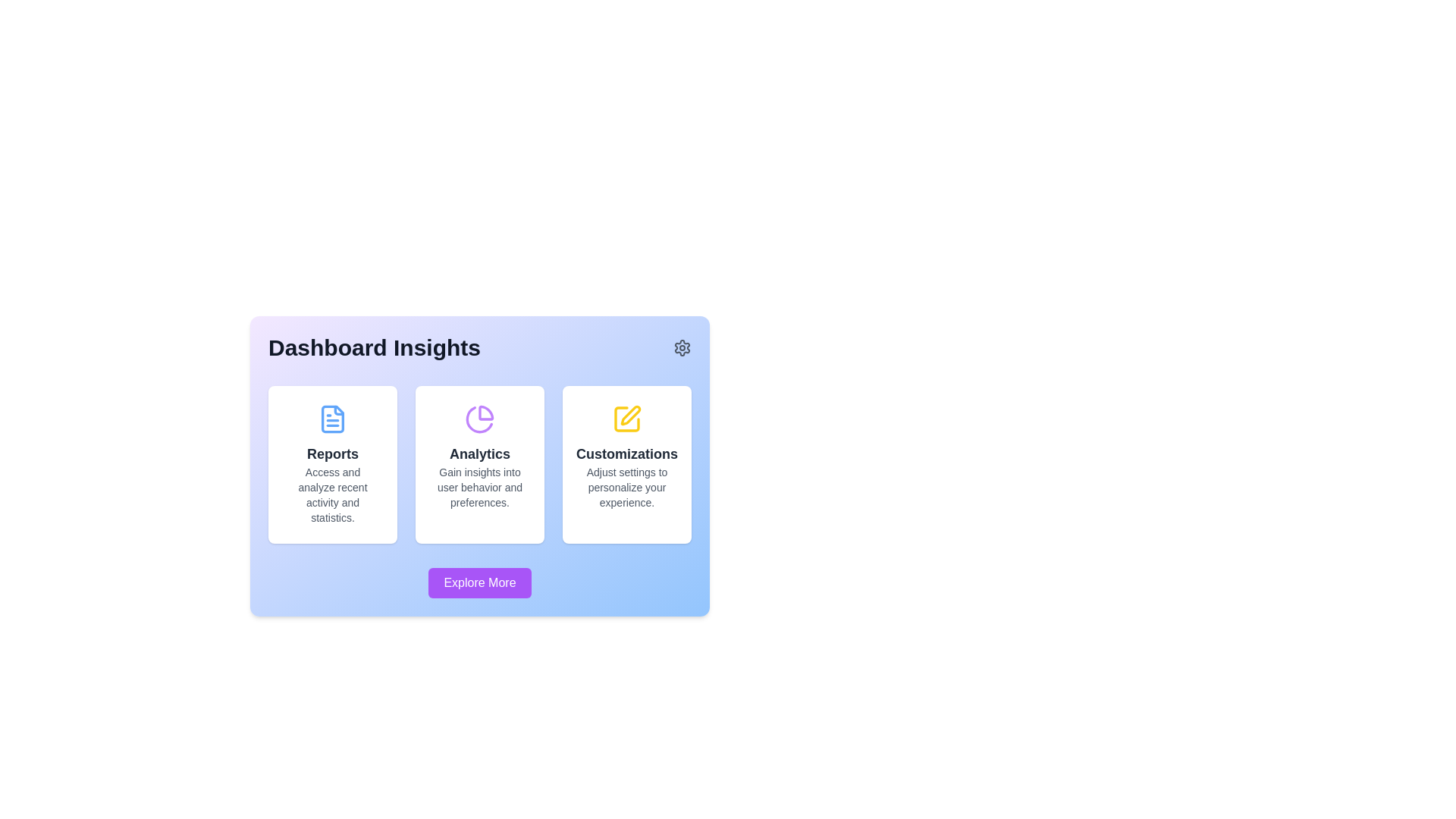 This screenshot has height=819, width=1456. Describe the element at coordinates (630, 415) in the screenshot. I see `the pen icon located in the third card titled 'Customizations' within the 'Dashboard Insights' section` at that location.